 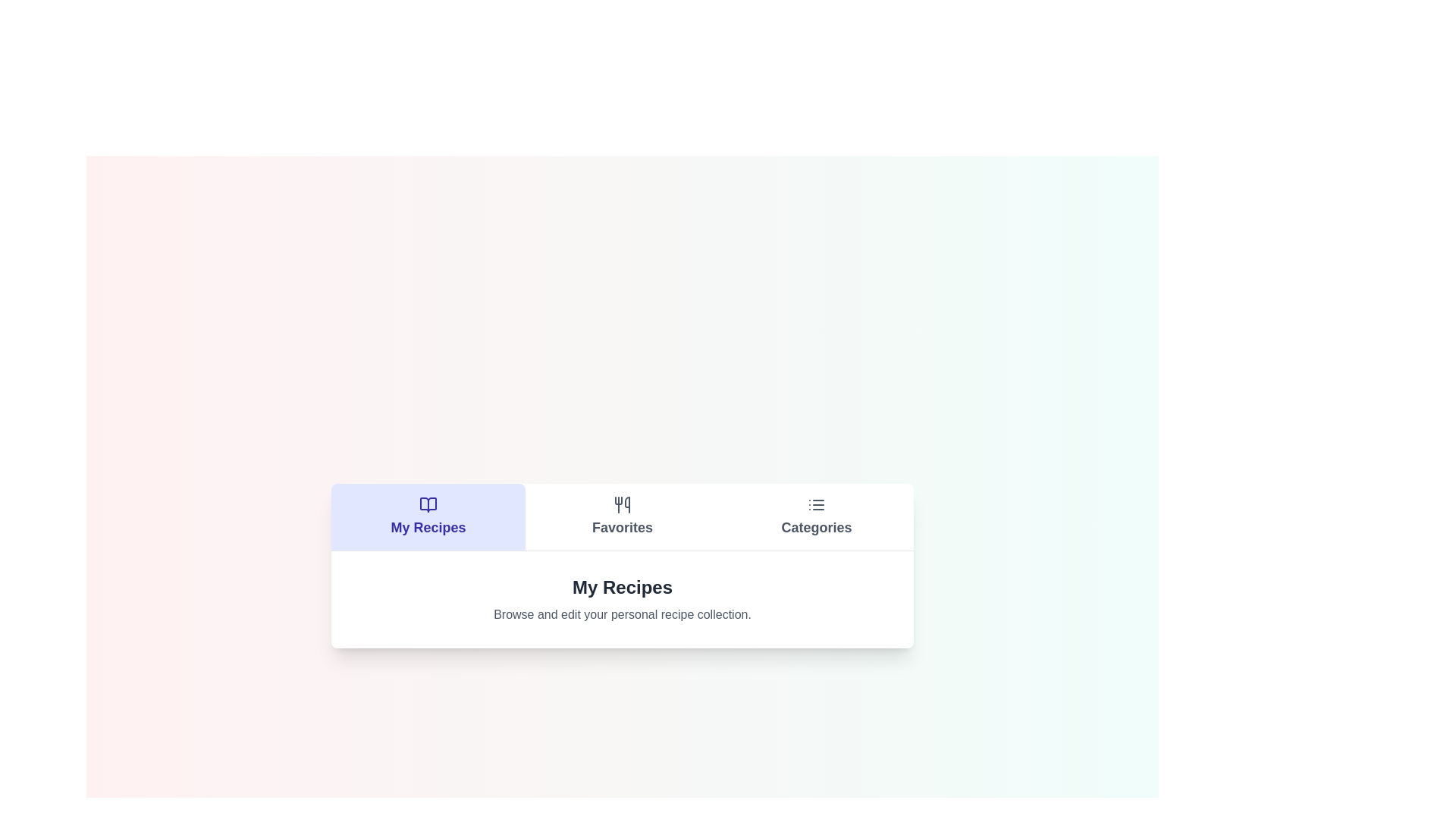 What do you see at coordinates (815, 516) in the screenshot?
I see `the Categories tab` at bounding box center [815, 516].